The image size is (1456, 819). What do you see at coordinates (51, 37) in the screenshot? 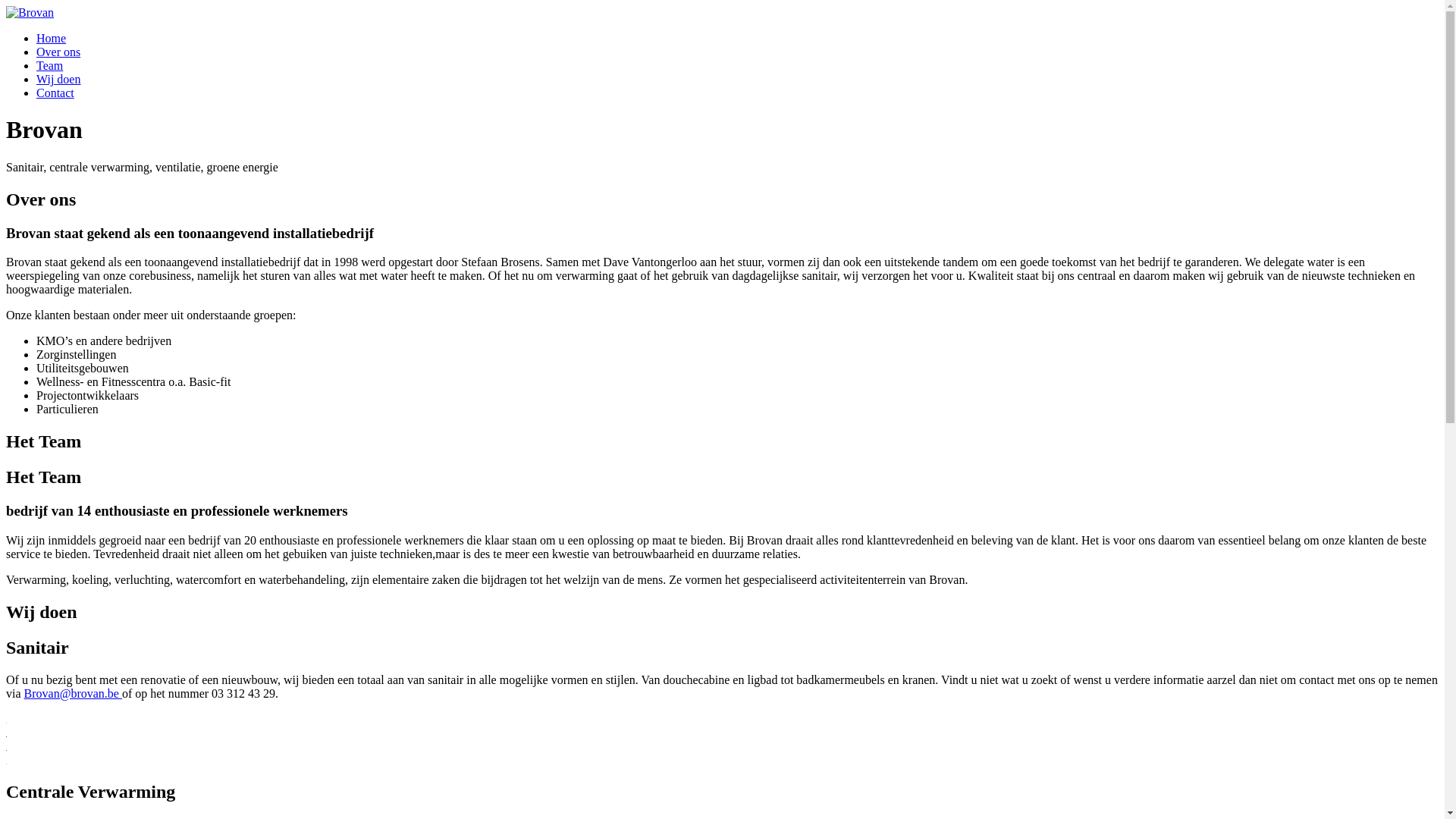
I see `'Home'` at bounding box center [51, 37].